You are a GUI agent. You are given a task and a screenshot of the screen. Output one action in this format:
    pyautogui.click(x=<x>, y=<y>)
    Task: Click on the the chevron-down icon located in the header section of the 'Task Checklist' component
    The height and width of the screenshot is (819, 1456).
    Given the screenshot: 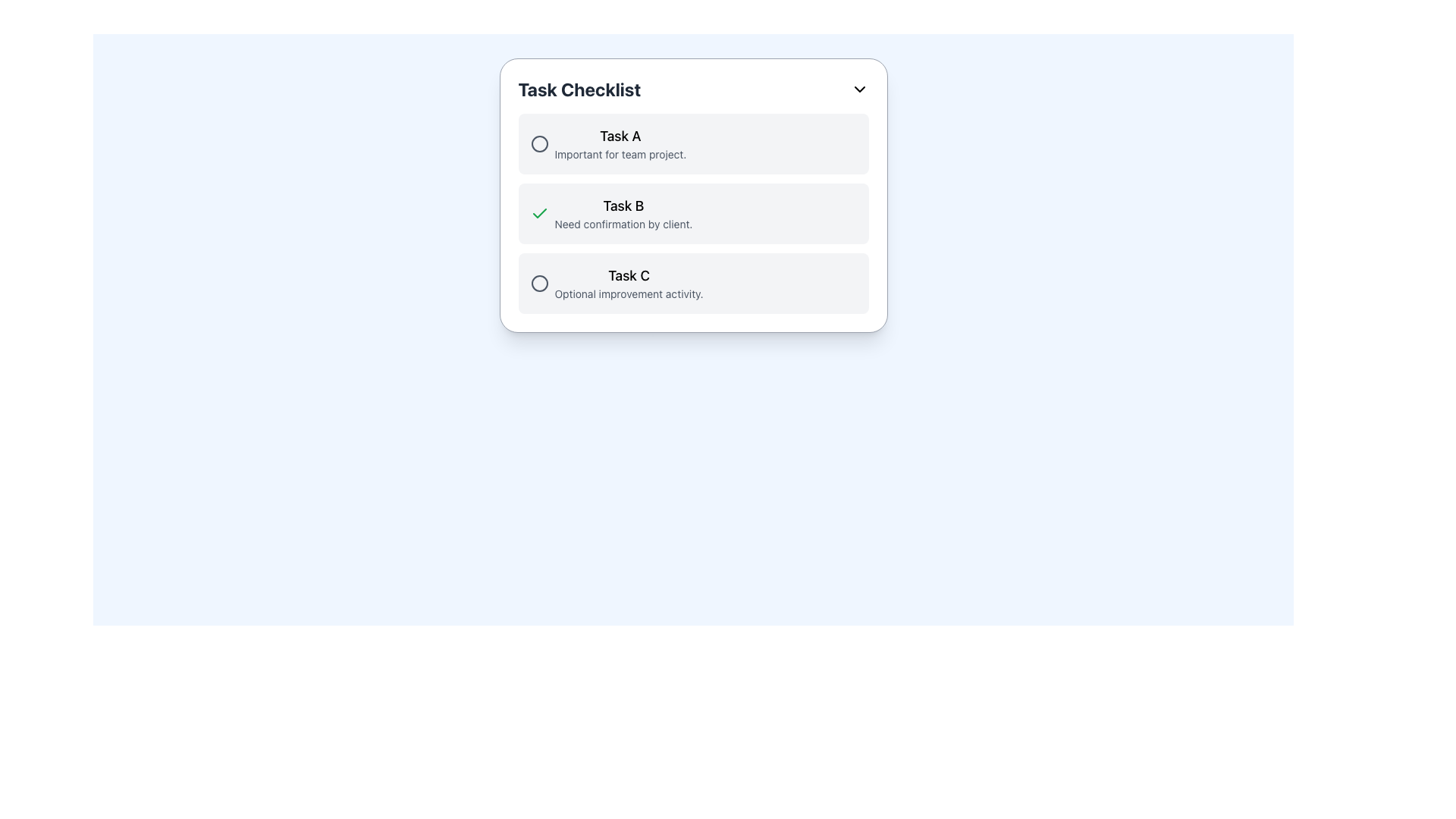 What is the action you would take?
    pyautogui.click(x=859, y=89)
    